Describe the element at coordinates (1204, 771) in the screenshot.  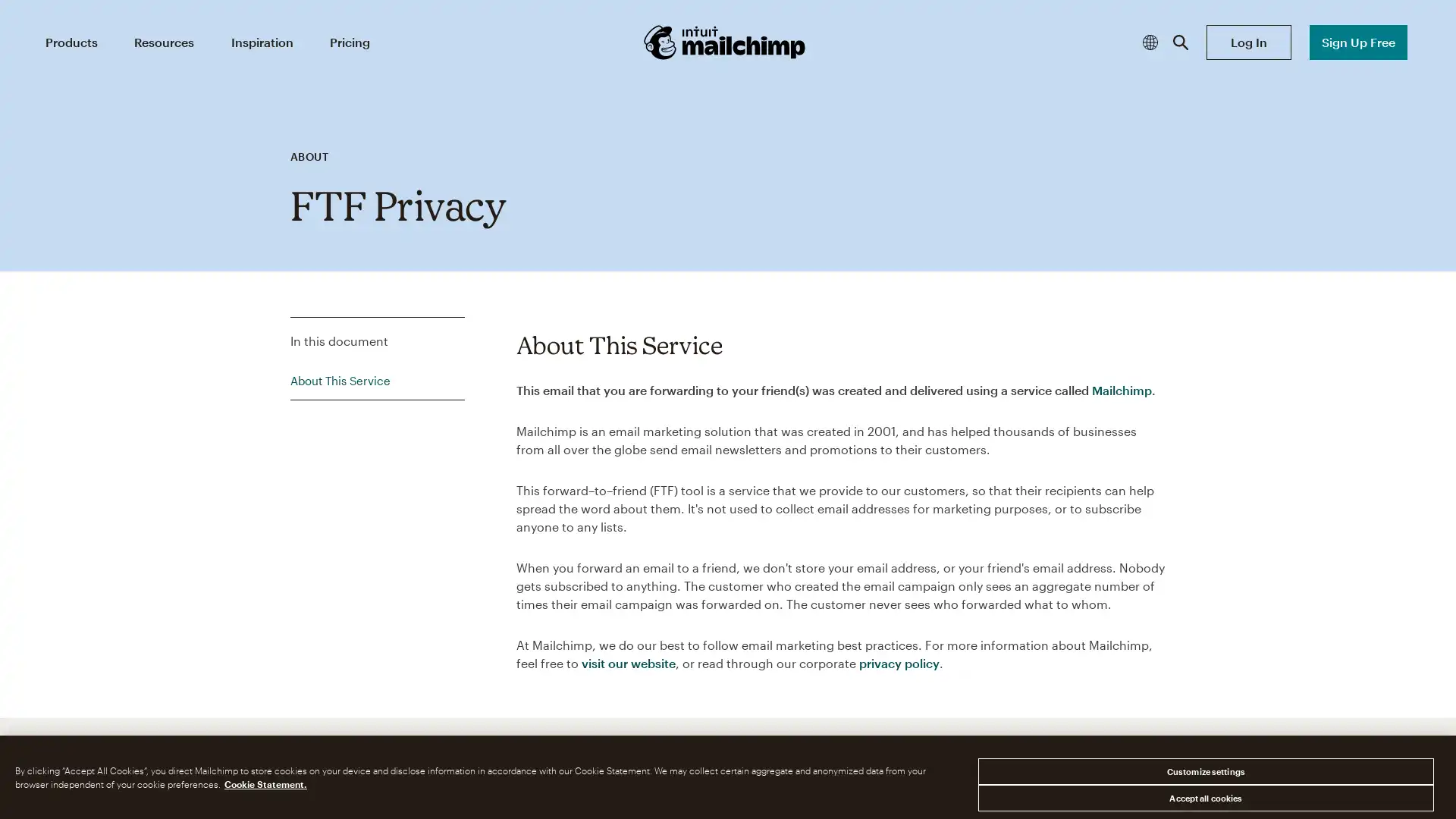
I see `Customize settings` at that location.